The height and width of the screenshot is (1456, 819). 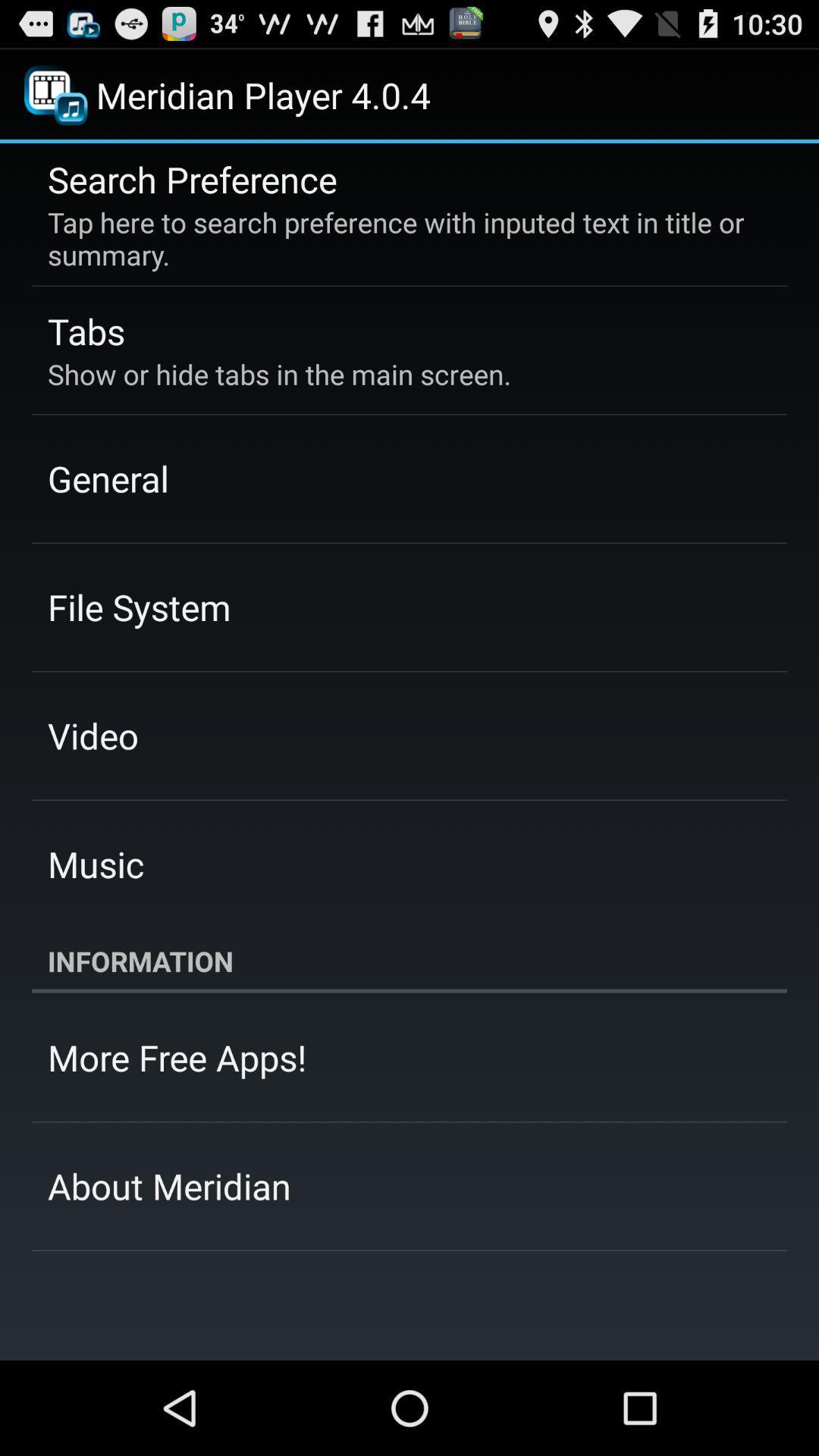 What do you see at coordinates (139, 607) in the screenshot?
I see `the icon above video item` at bounding box center [139, 607].